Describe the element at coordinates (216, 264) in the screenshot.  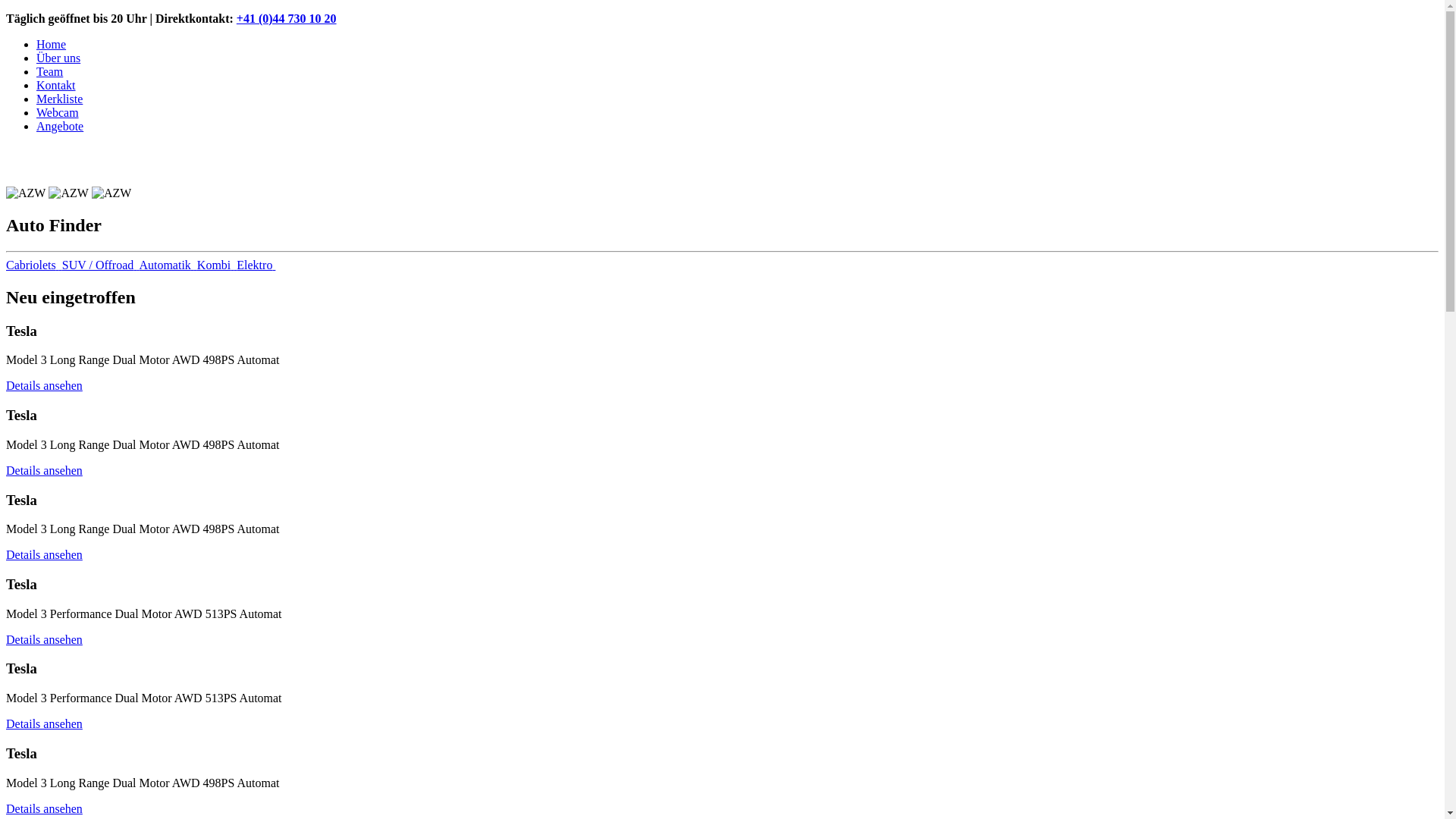
I see `'Kombi'` at that location.